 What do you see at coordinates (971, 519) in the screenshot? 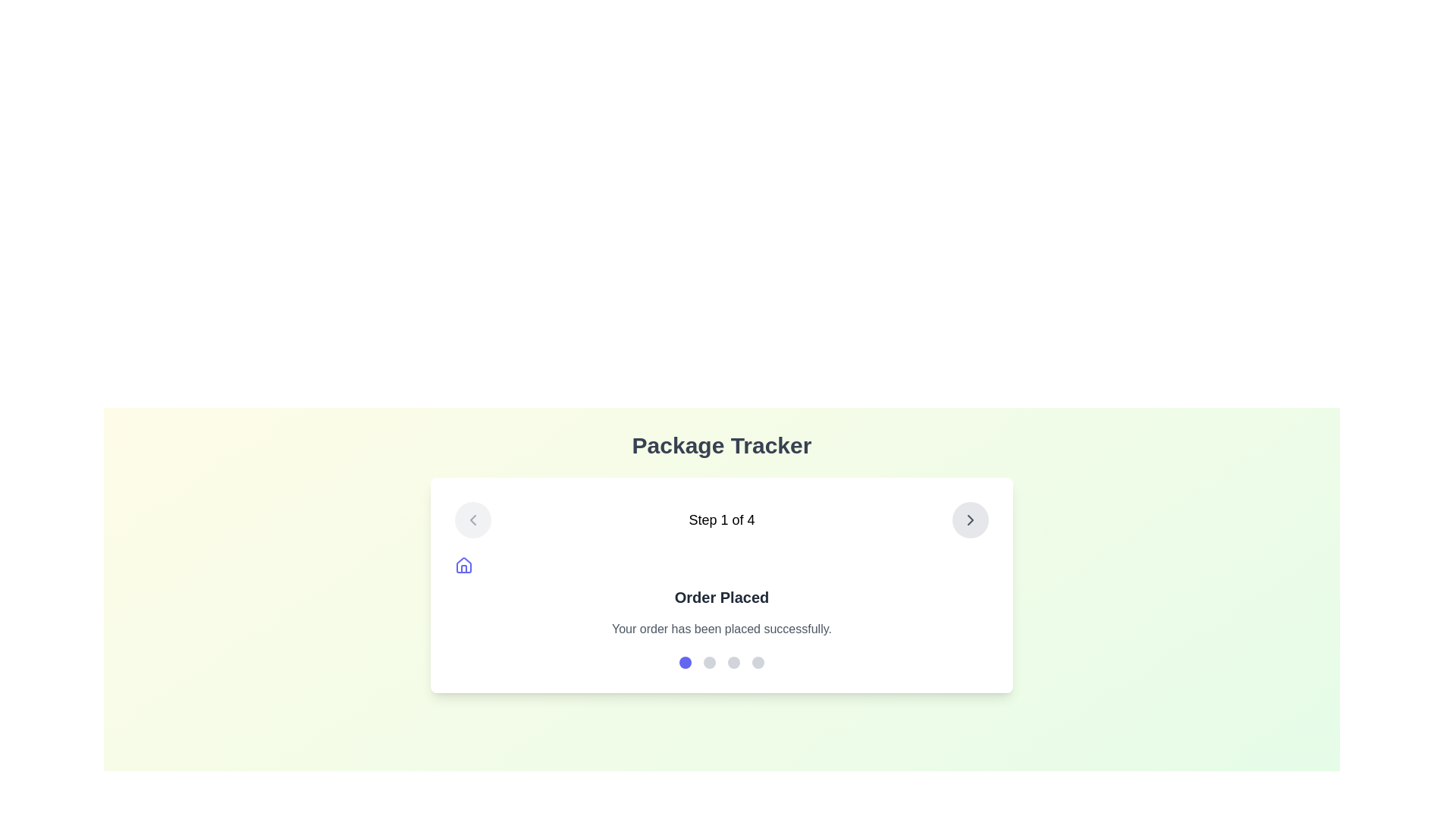
I see `the chevron-shaped icon located in the top right corner of the card` at bounding box center [971, 519].